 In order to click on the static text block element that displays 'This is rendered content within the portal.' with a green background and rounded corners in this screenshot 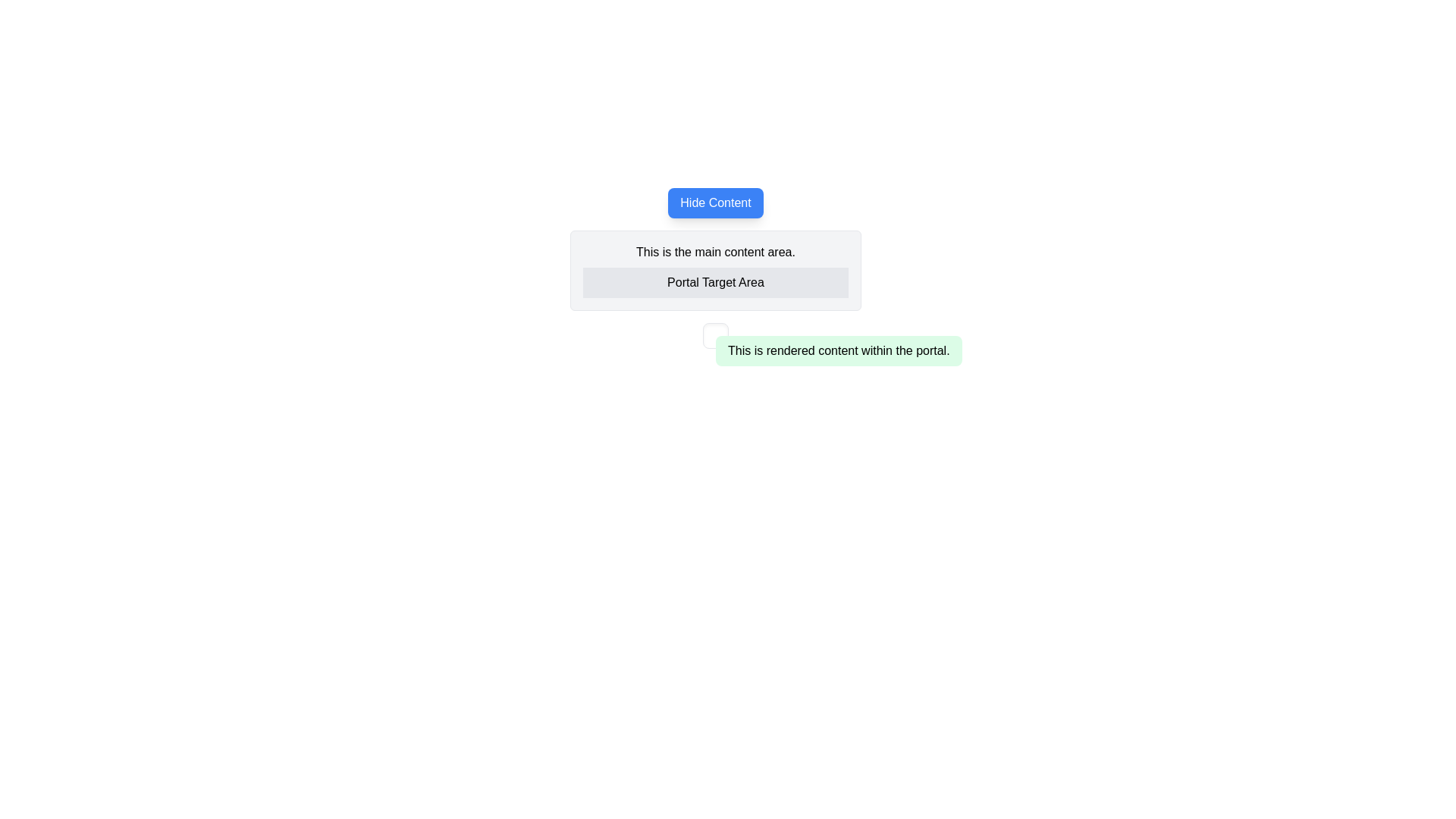, I will do `click(838, 350)`.